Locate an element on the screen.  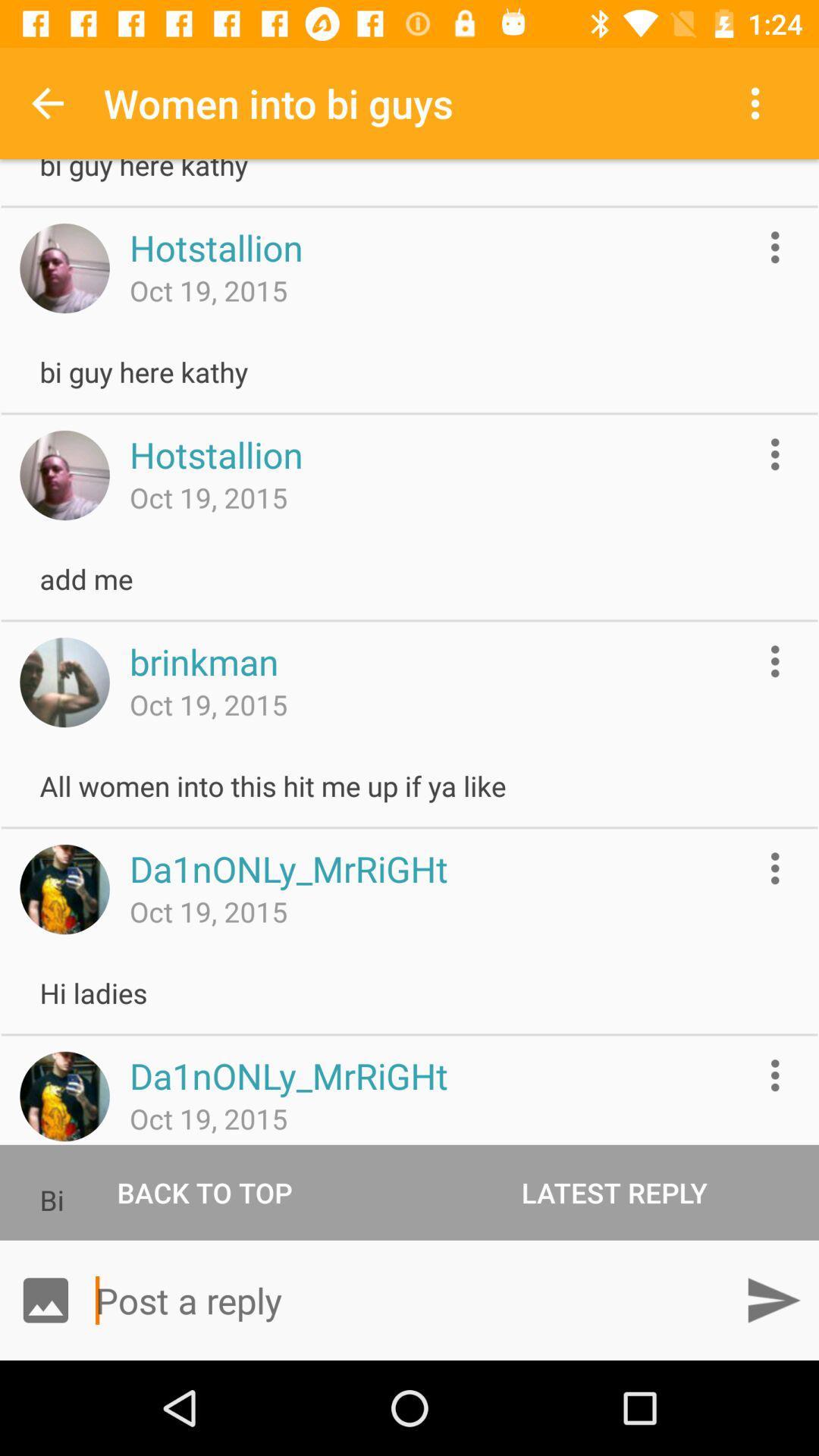
item to the left of latest reply item is located at coordinates (205, 1191).